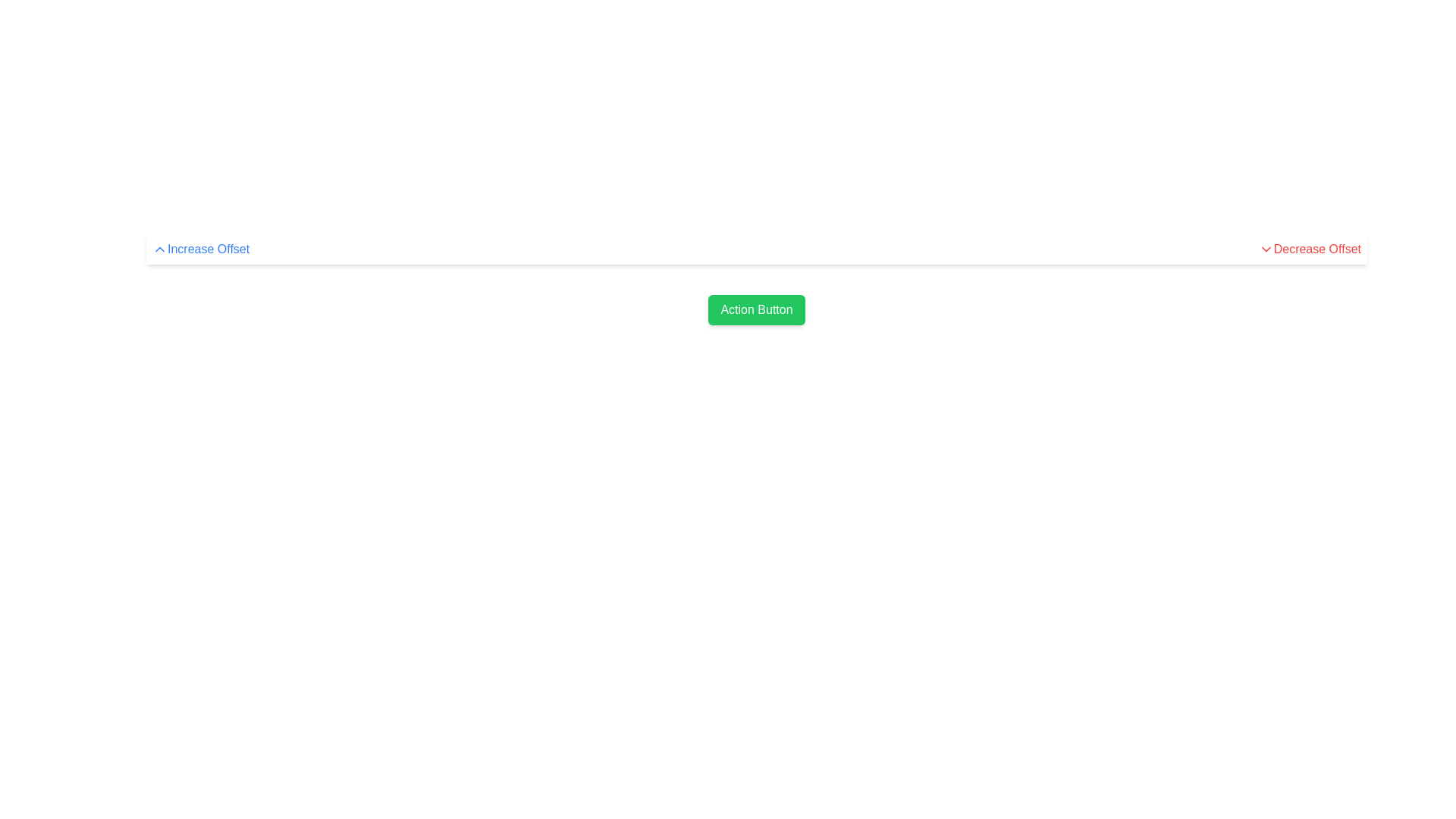 The height and width of the screenshot is (819, 1456). Describe the element at coordinates (757, 309) in the screenshot. I see `the bright green 'Action Button' with rounded corners located centrally below the 'Increase Offset' and 'Decrease Offset' controls` at that location.